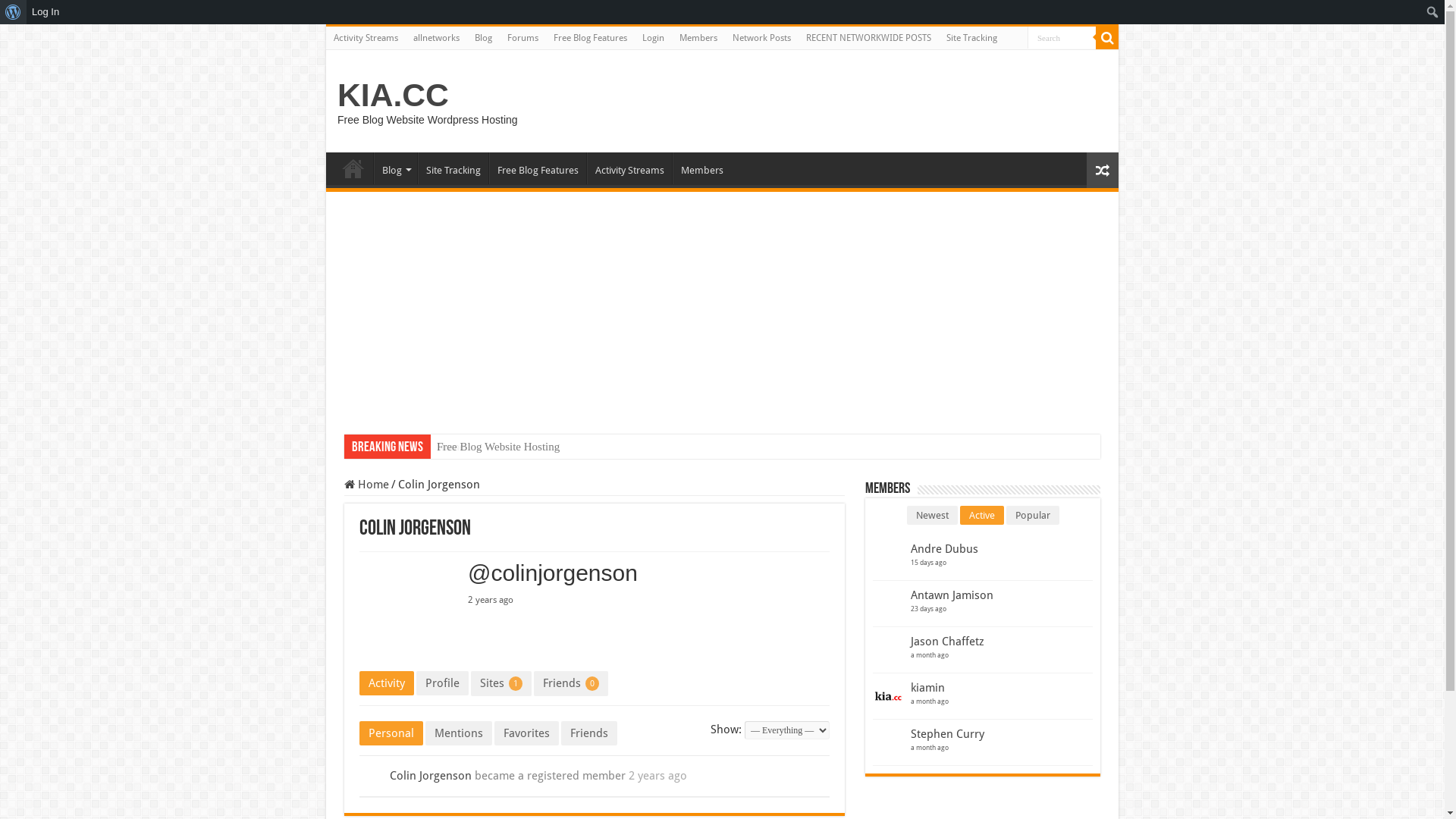  I want to click on 'Search', so click(1061, 36).